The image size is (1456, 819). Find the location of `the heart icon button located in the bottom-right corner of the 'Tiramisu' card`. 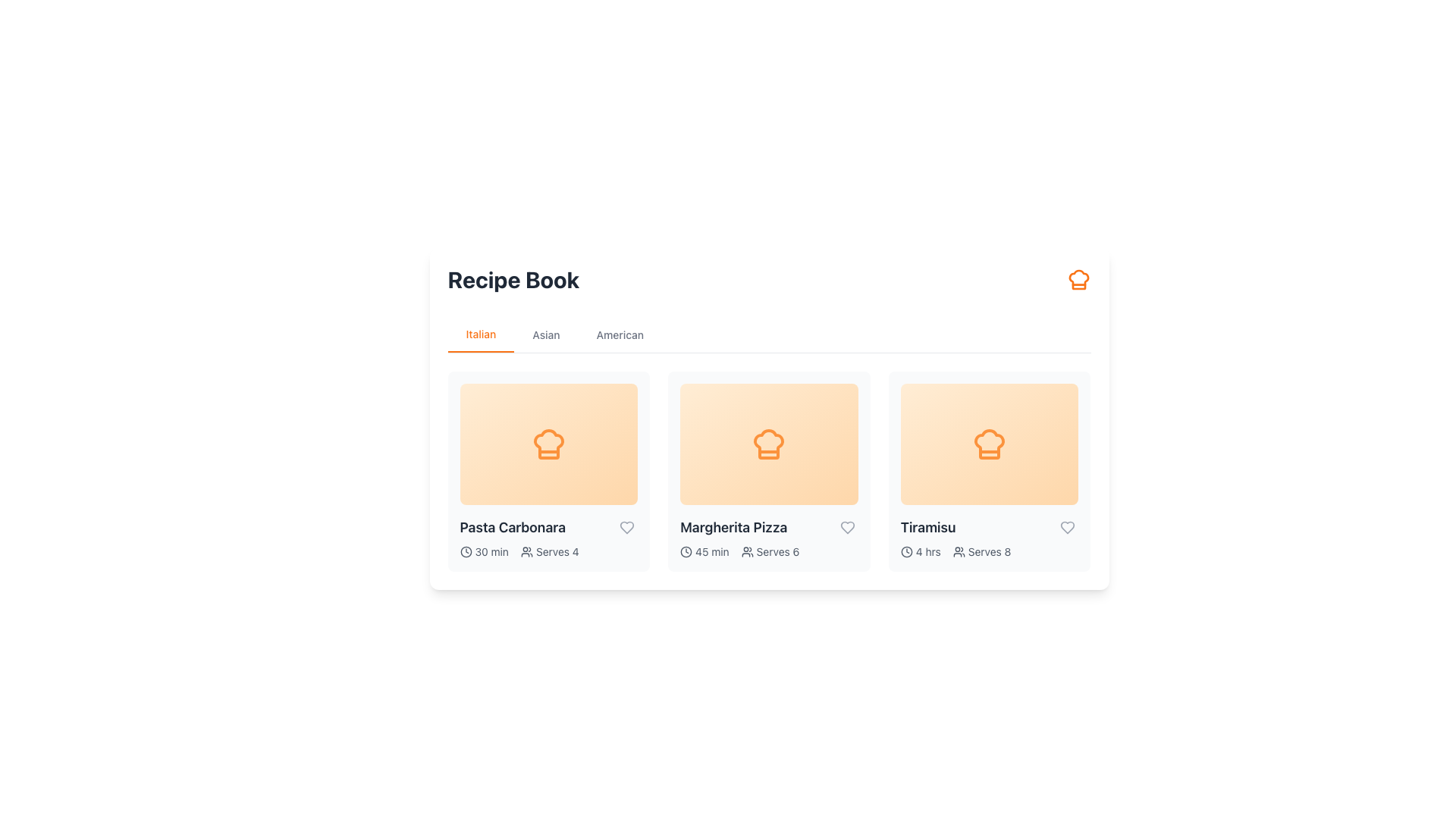

the heart icon button located in the bottom-right corner of the 'Tiramisu' card is located at coordinates (1067, 526).